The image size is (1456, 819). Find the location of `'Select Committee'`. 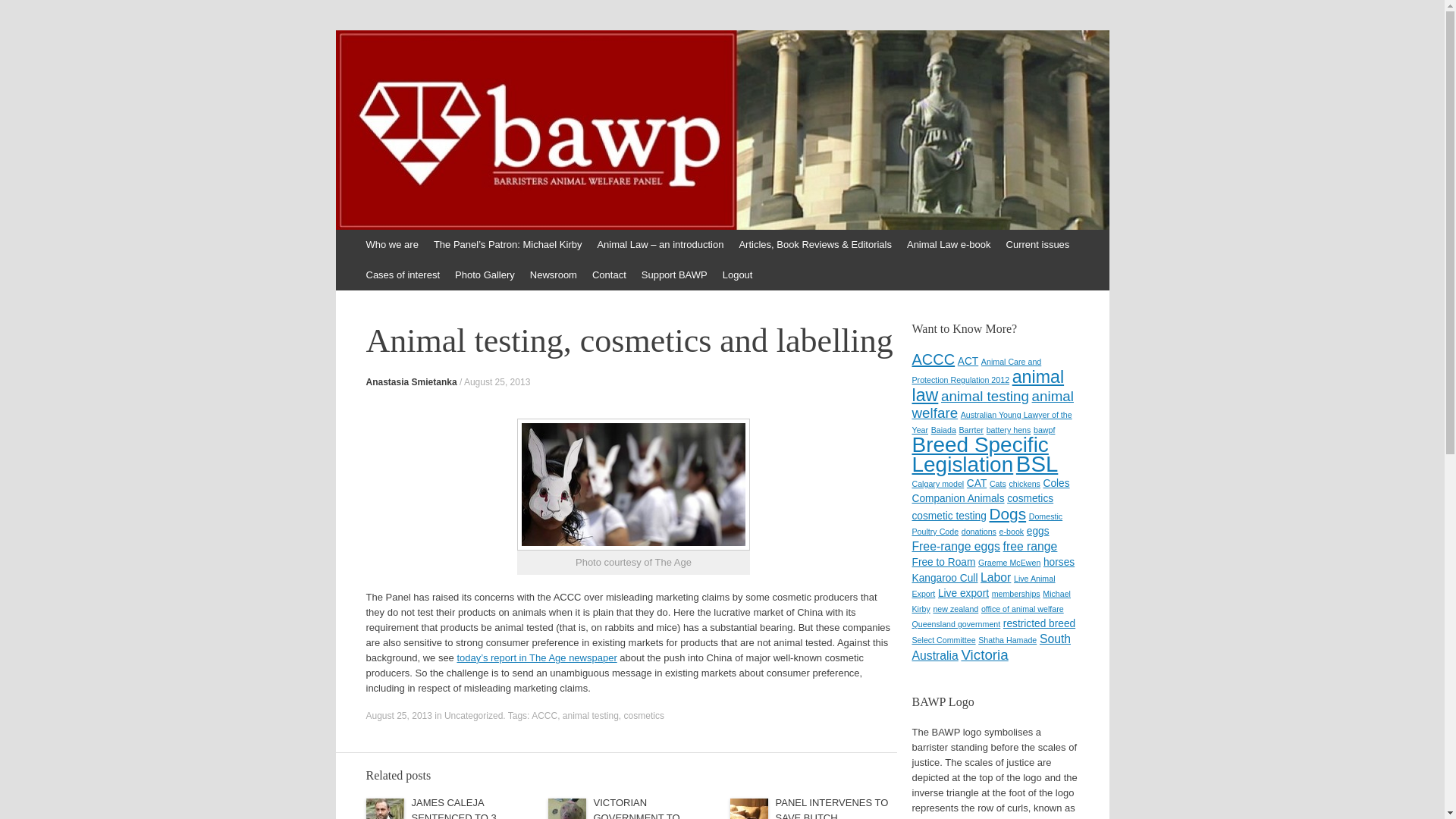

'Select Committee' is located at coordinates (942, 640).